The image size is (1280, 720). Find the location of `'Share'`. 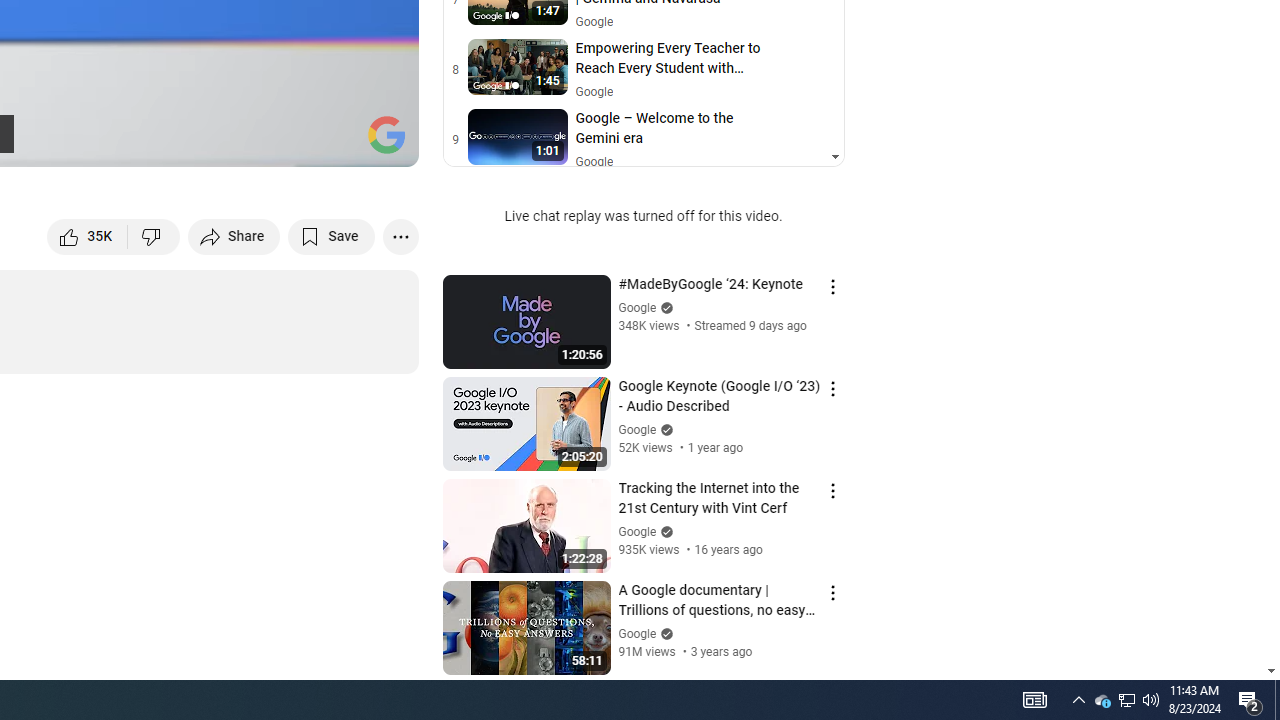

'Share' is located at coordinates (234, 235).